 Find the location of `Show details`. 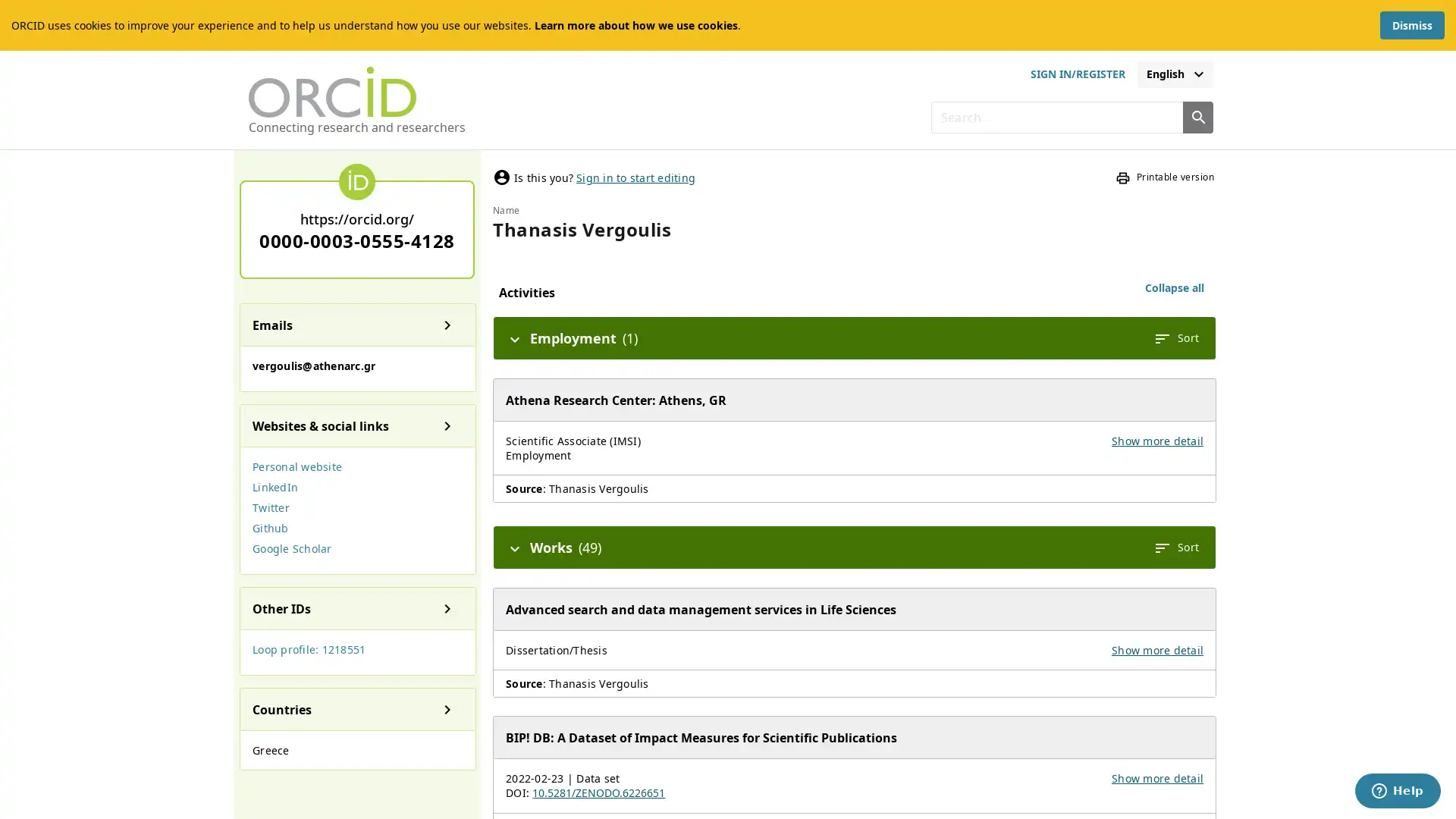

Show details is located at coordinates (447, 607).